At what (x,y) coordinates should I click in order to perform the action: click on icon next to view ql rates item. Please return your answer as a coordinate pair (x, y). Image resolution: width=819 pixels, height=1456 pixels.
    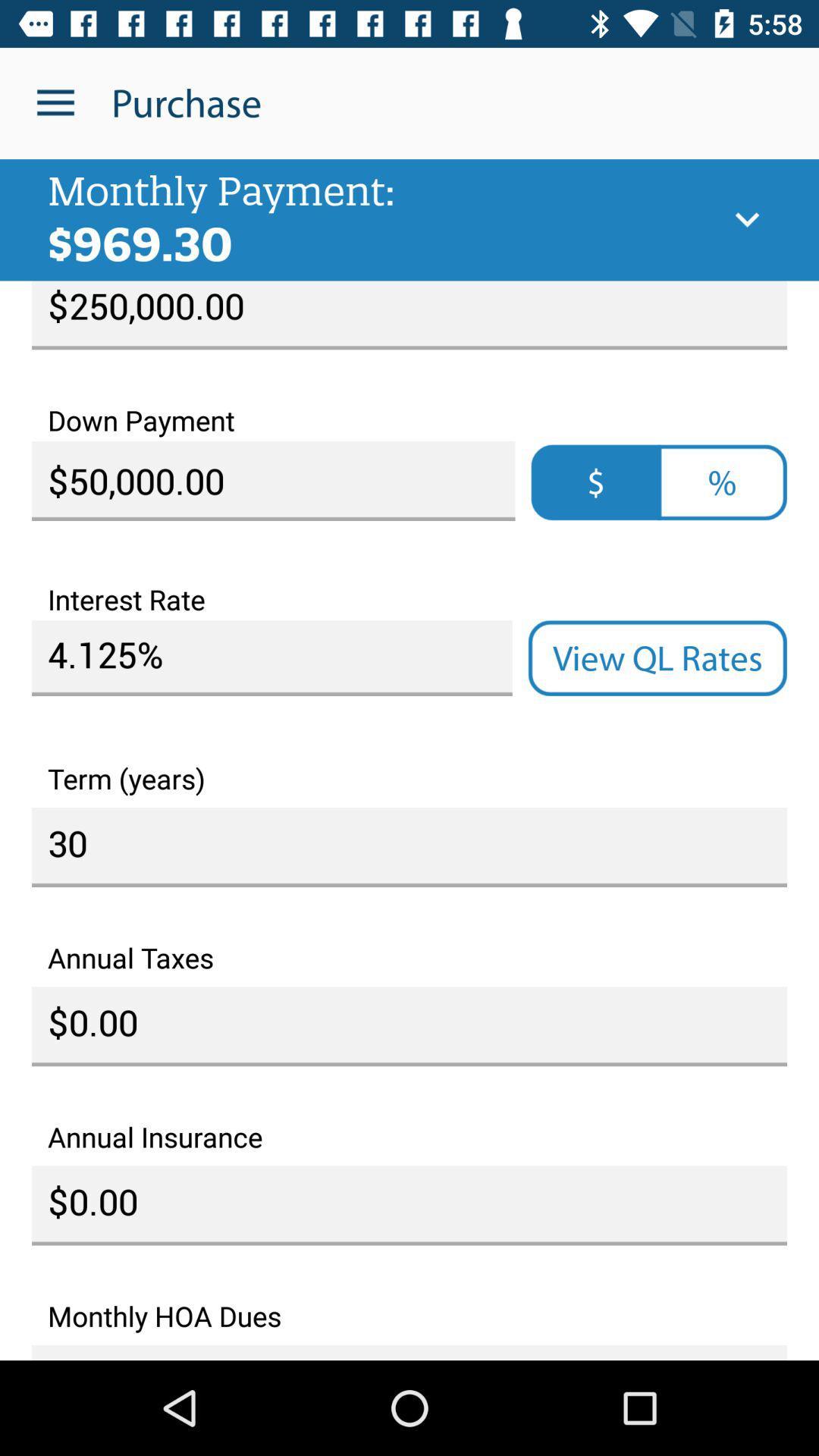
    Looking at the image, I should click on (271, 658).